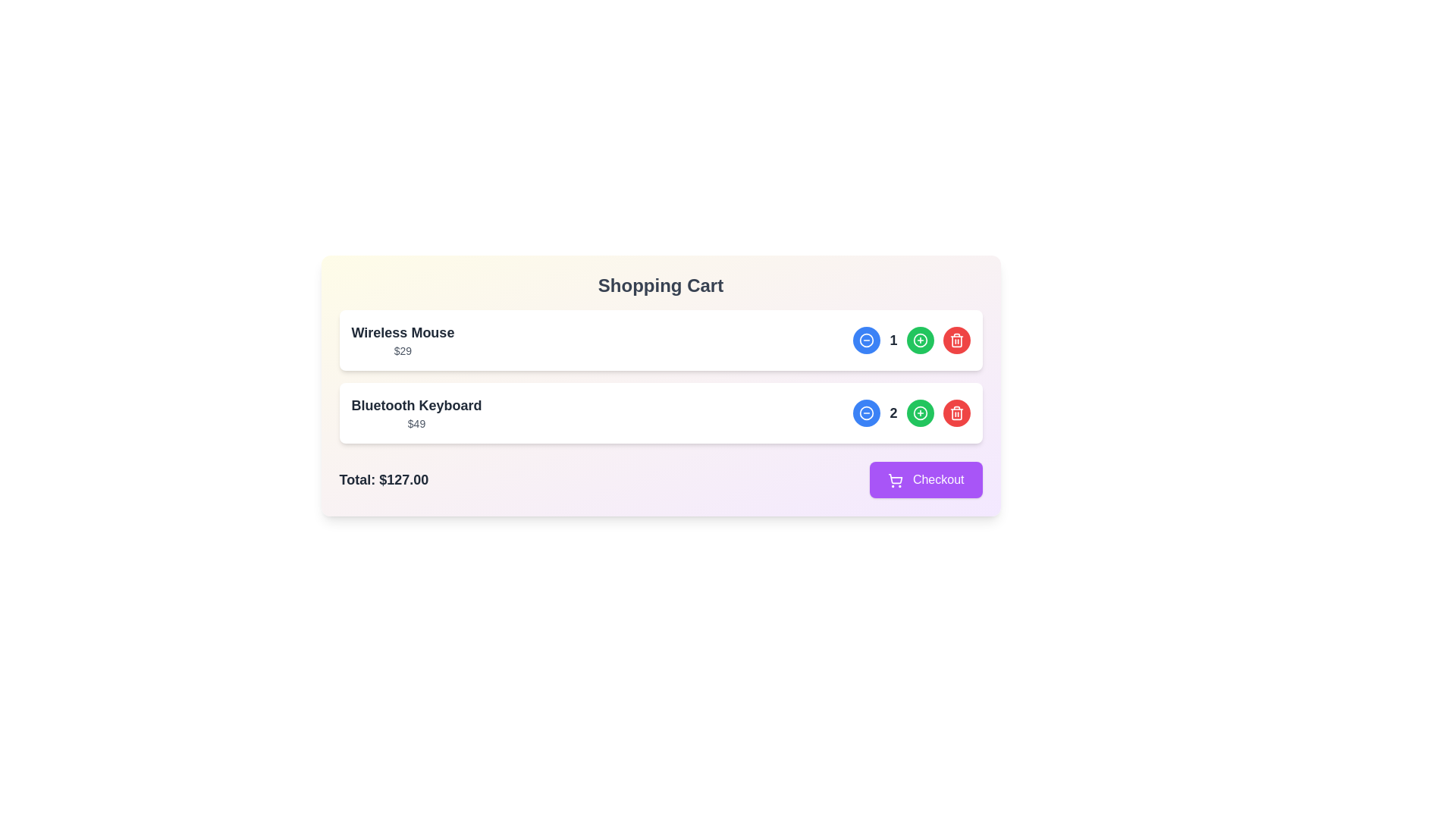  What do you see at coordinates (867, 339) in the screenshot?
I see `the first round blue button with a white minus icon in the shopping cart interface to trigger a visual change` at bounding box center [867, 339].